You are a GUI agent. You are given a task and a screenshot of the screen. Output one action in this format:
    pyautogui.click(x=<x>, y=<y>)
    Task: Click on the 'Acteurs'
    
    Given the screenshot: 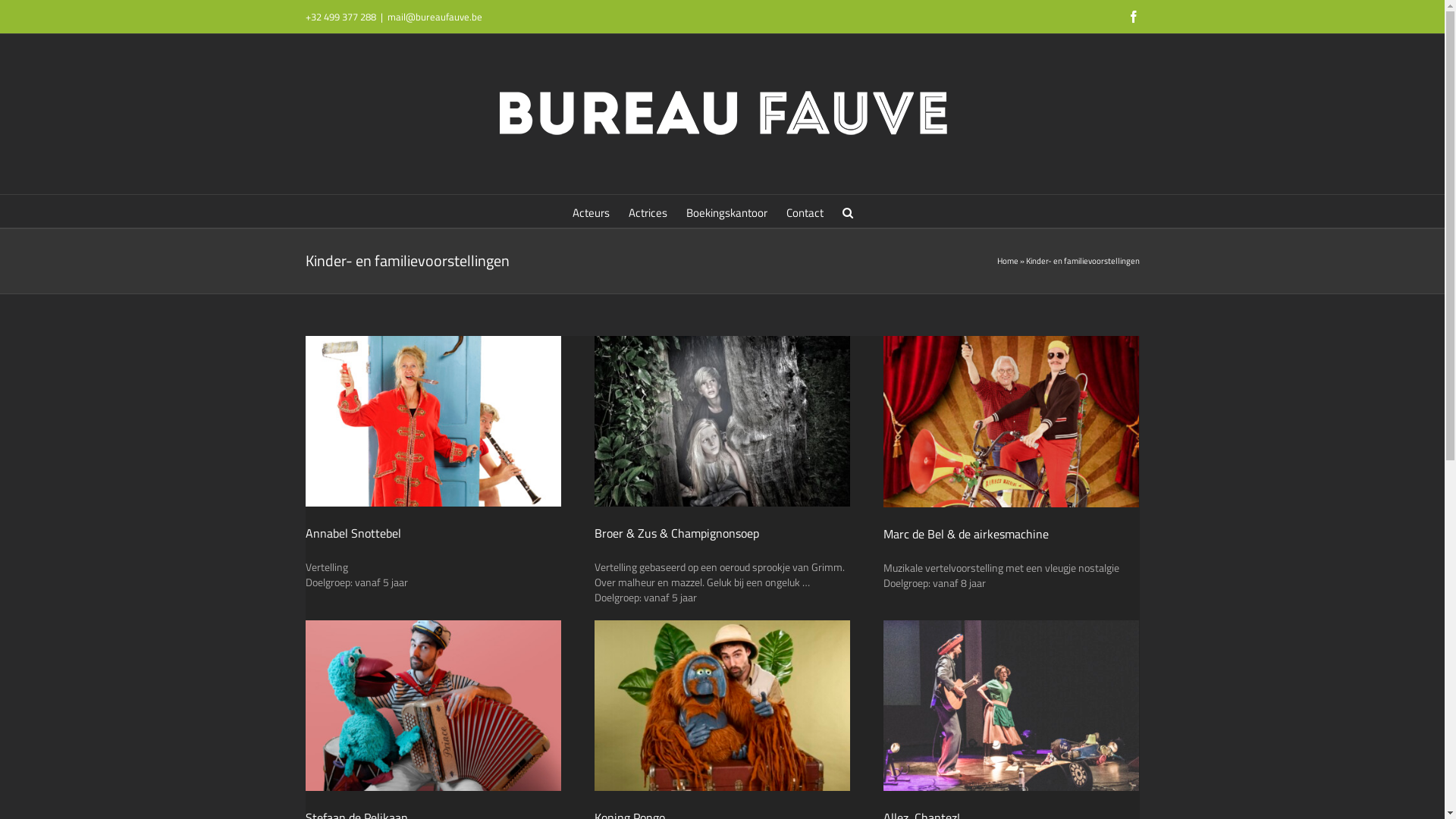 What is the action you would take?
    pyautogui.click(x=590, y=211)
    